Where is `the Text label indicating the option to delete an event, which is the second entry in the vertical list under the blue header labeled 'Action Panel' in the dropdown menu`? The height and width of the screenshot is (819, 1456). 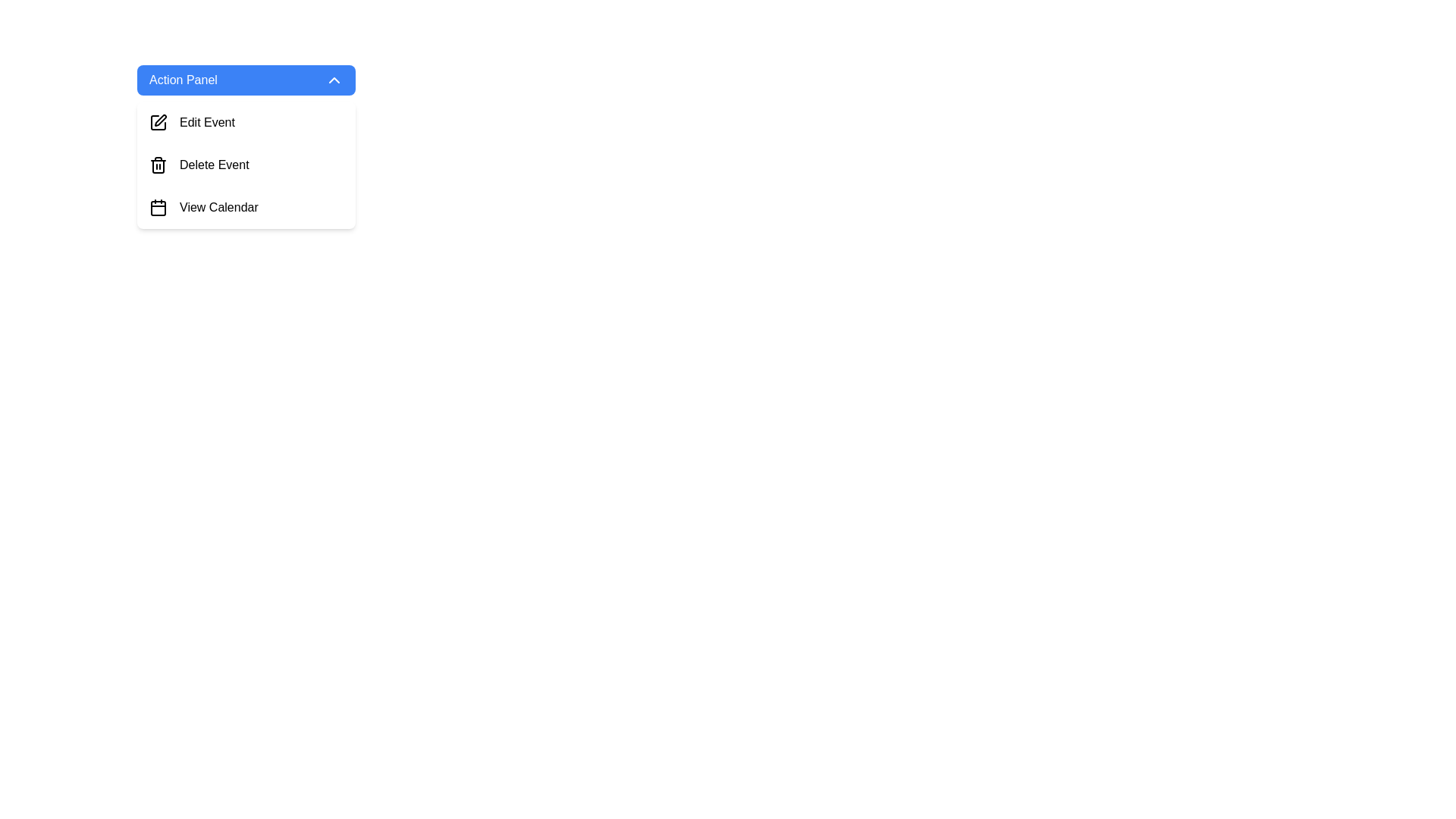 the Text label indicating the option to delete an event, which is the second entry in the vertical list under the blue header labeled 'Action Panel' in the dropdown menu is located at coordinates (213, 165).